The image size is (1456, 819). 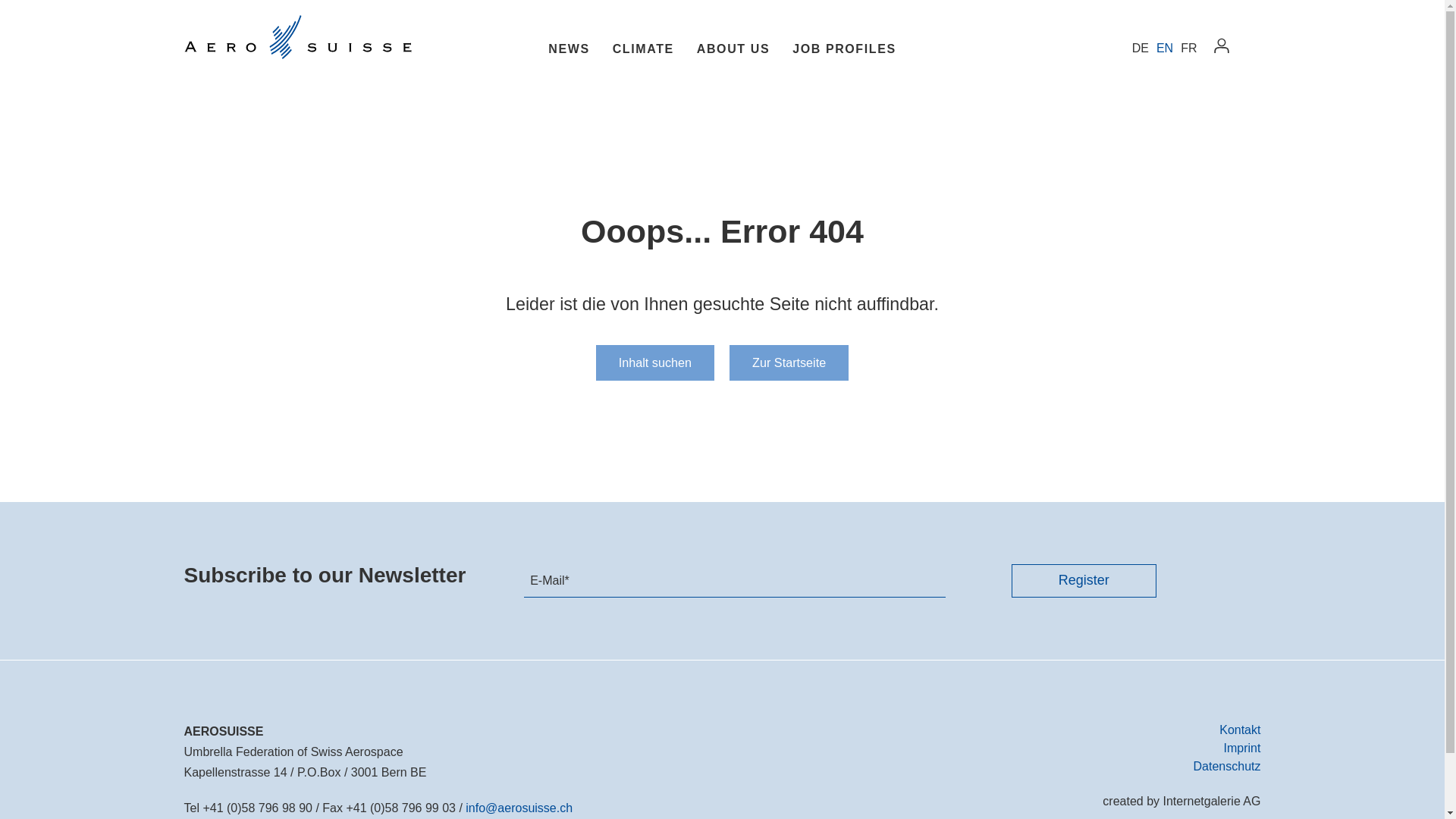 I want to click on 'Imprint', so click(x=1223, y=747).